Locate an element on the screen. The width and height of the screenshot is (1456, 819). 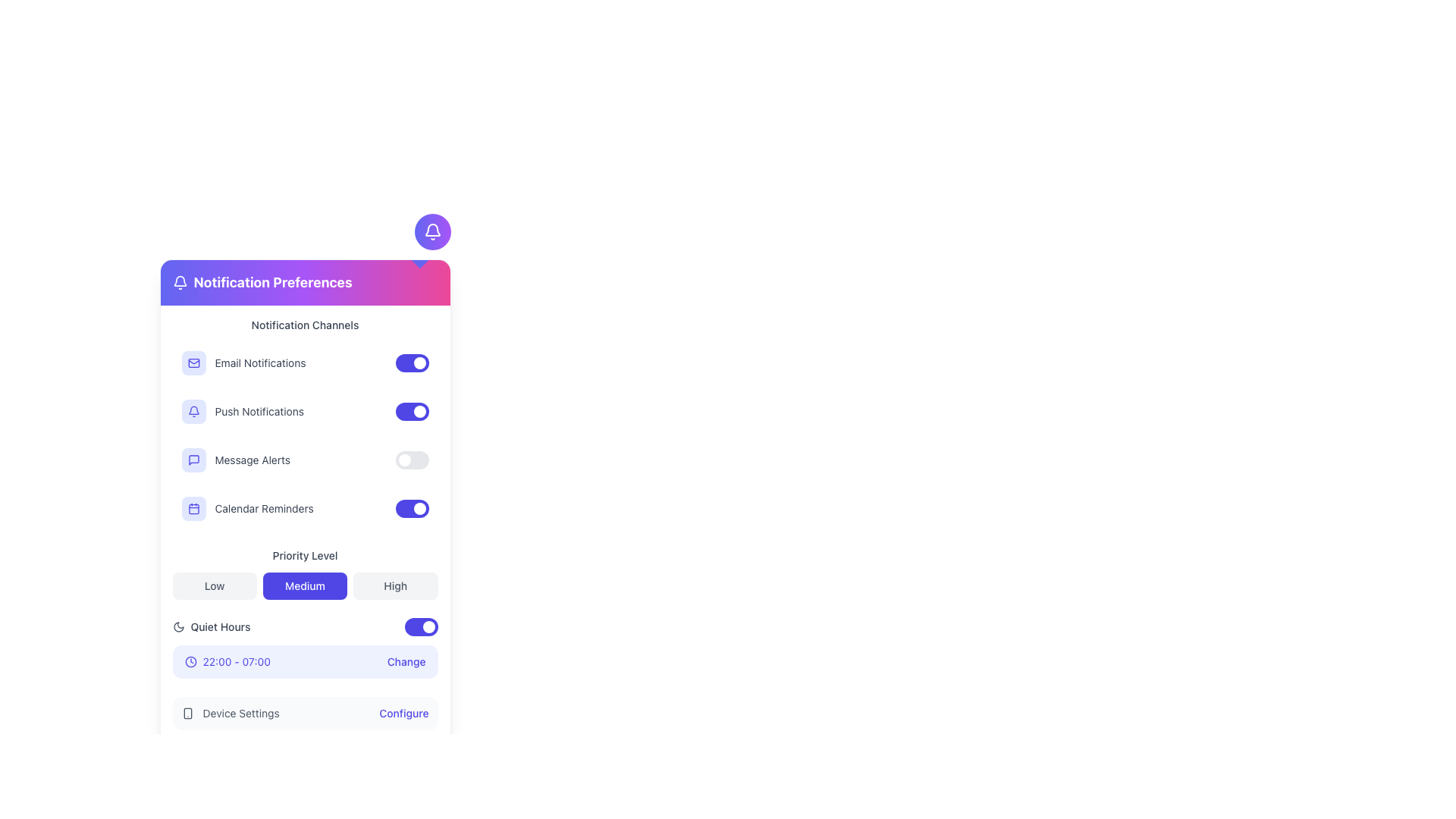
the Push Notifications icon button, which visually represents notification preferences with a bell icon and is positioned to the left of the 'Push Notifications' text is located at coordinates (193, 412).